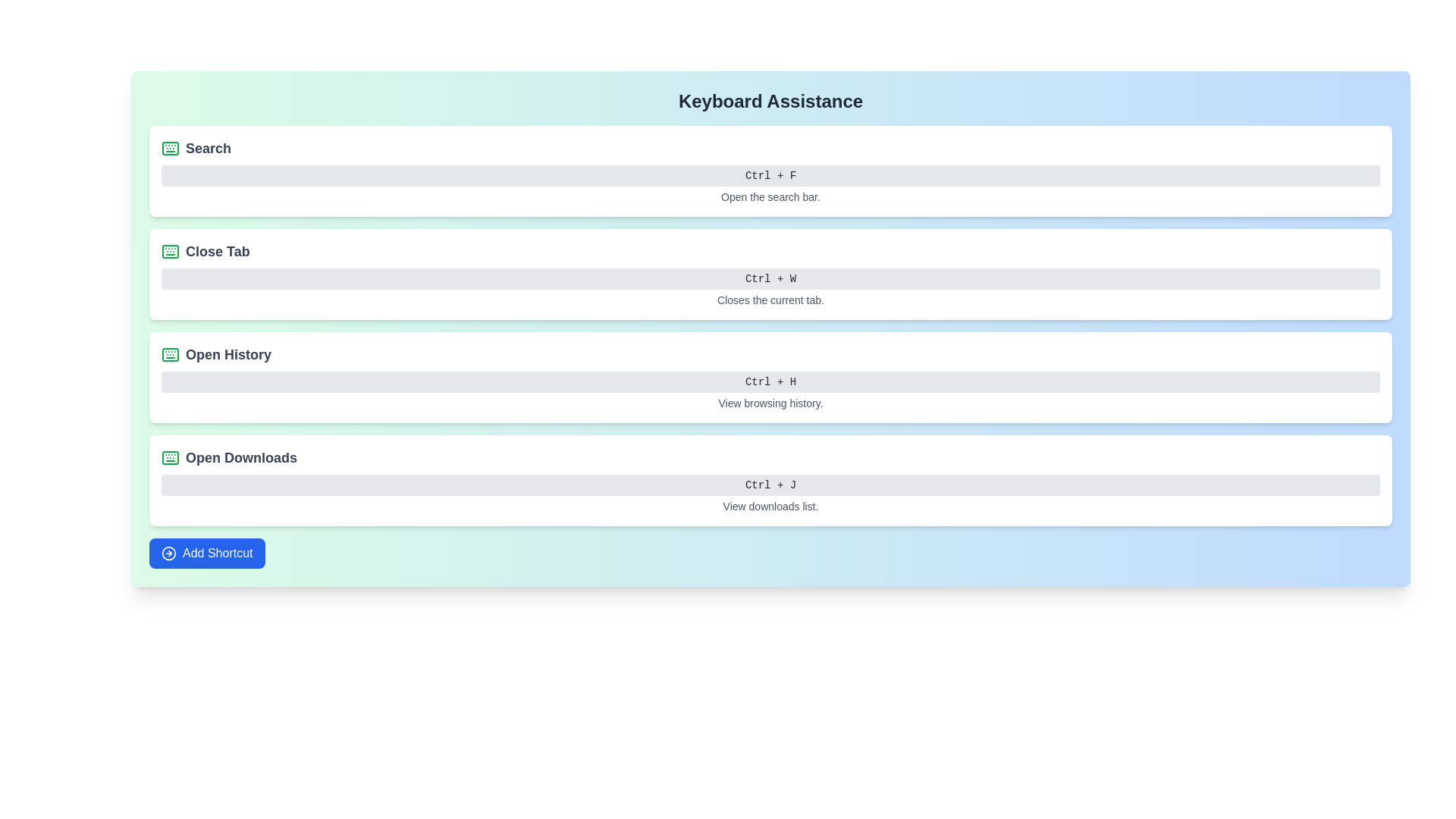  What do you see at coordinates (171, 457) in the screenshot?
I see `the green keyboard icon located to the left of the text 'Open Downloads' in the list section of keyboard shortcuts` at bounding box center [171, 457].